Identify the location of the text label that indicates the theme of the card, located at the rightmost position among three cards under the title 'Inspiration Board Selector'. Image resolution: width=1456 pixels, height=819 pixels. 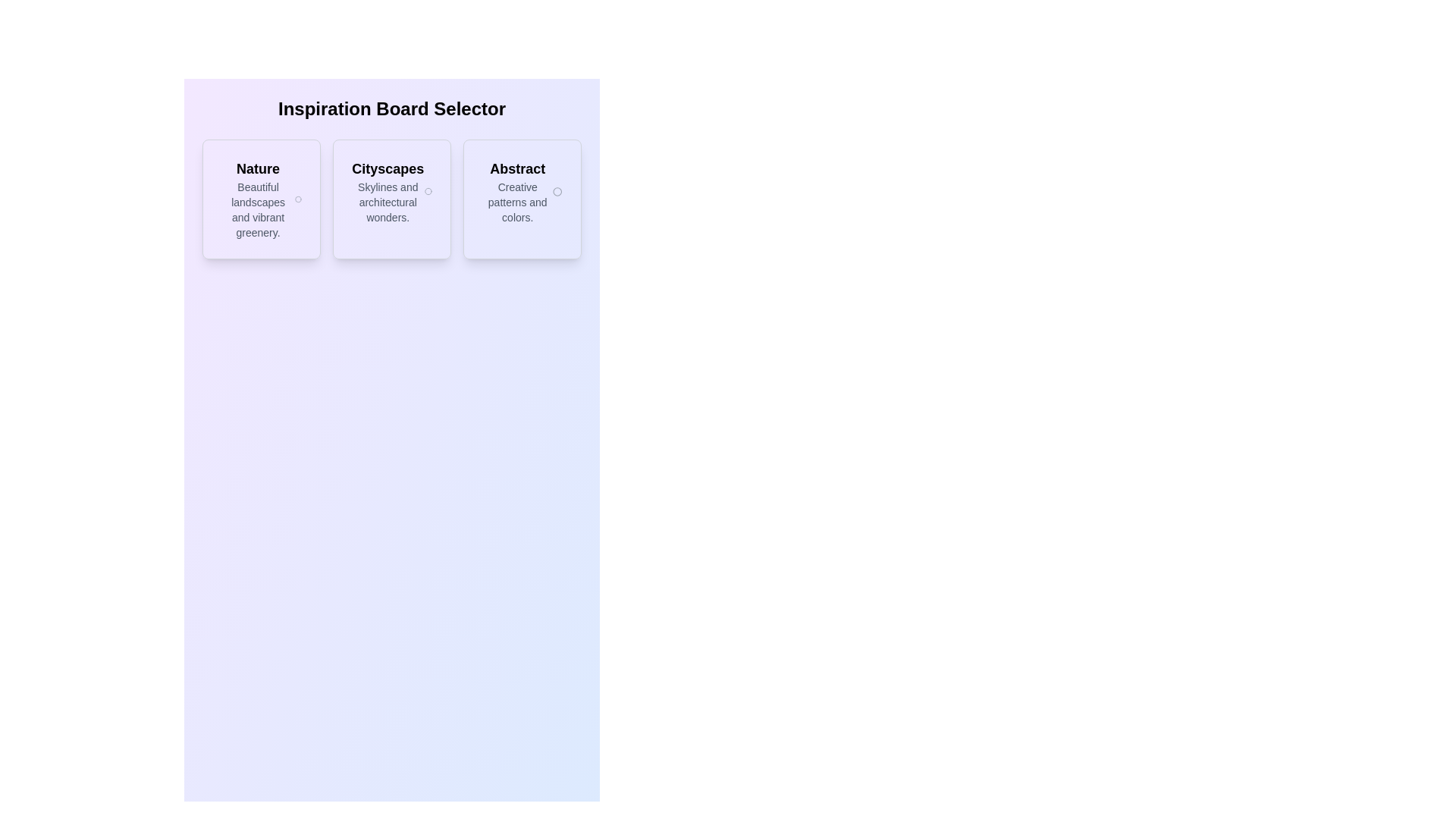
(517, 169).